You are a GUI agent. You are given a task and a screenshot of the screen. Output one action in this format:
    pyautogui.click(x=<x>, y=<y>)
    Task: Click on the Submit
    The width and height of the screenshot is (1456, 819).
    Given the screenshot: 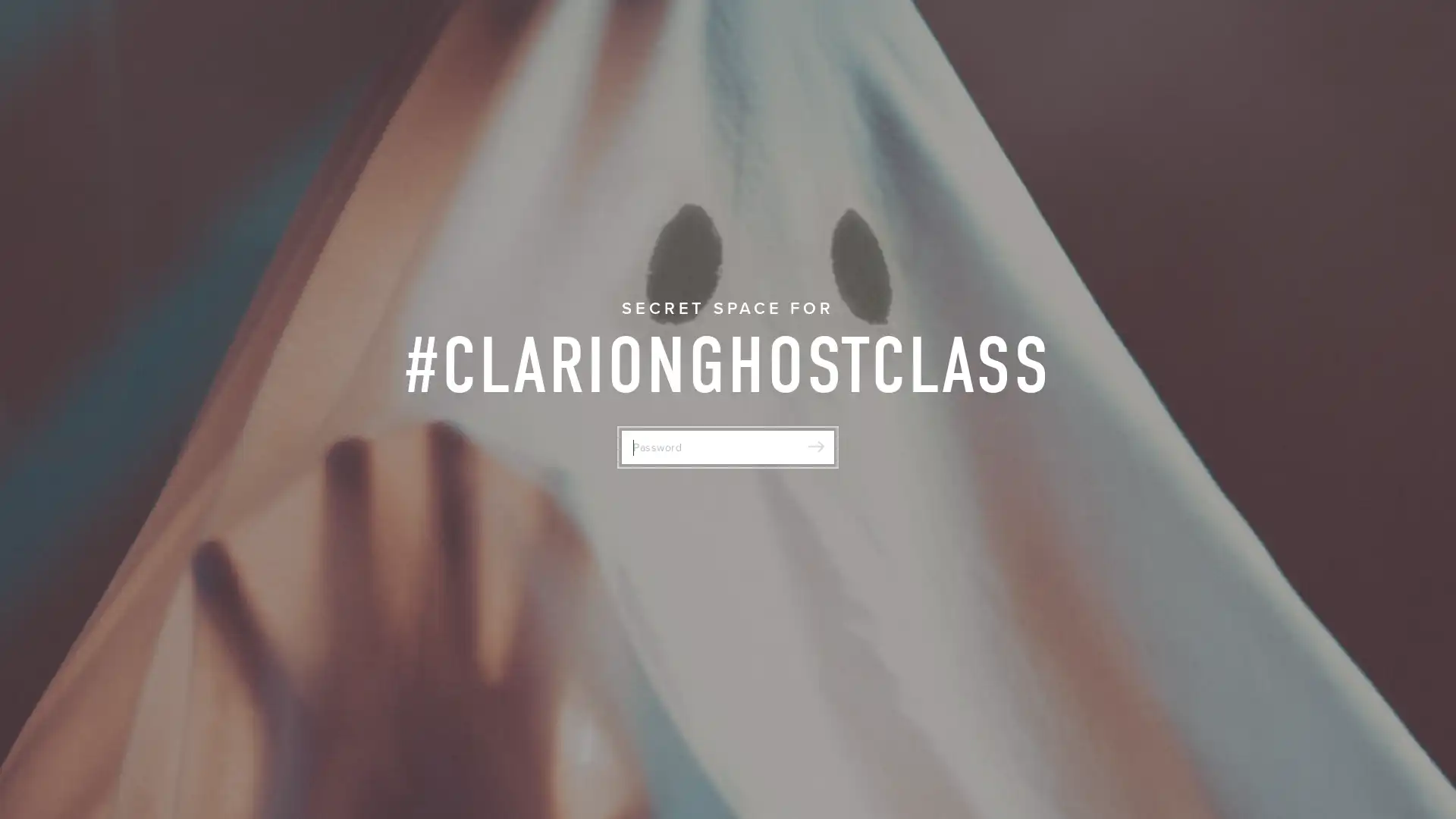 What is the action you would take?
    pyautogui.click(x=814, y=447)
    